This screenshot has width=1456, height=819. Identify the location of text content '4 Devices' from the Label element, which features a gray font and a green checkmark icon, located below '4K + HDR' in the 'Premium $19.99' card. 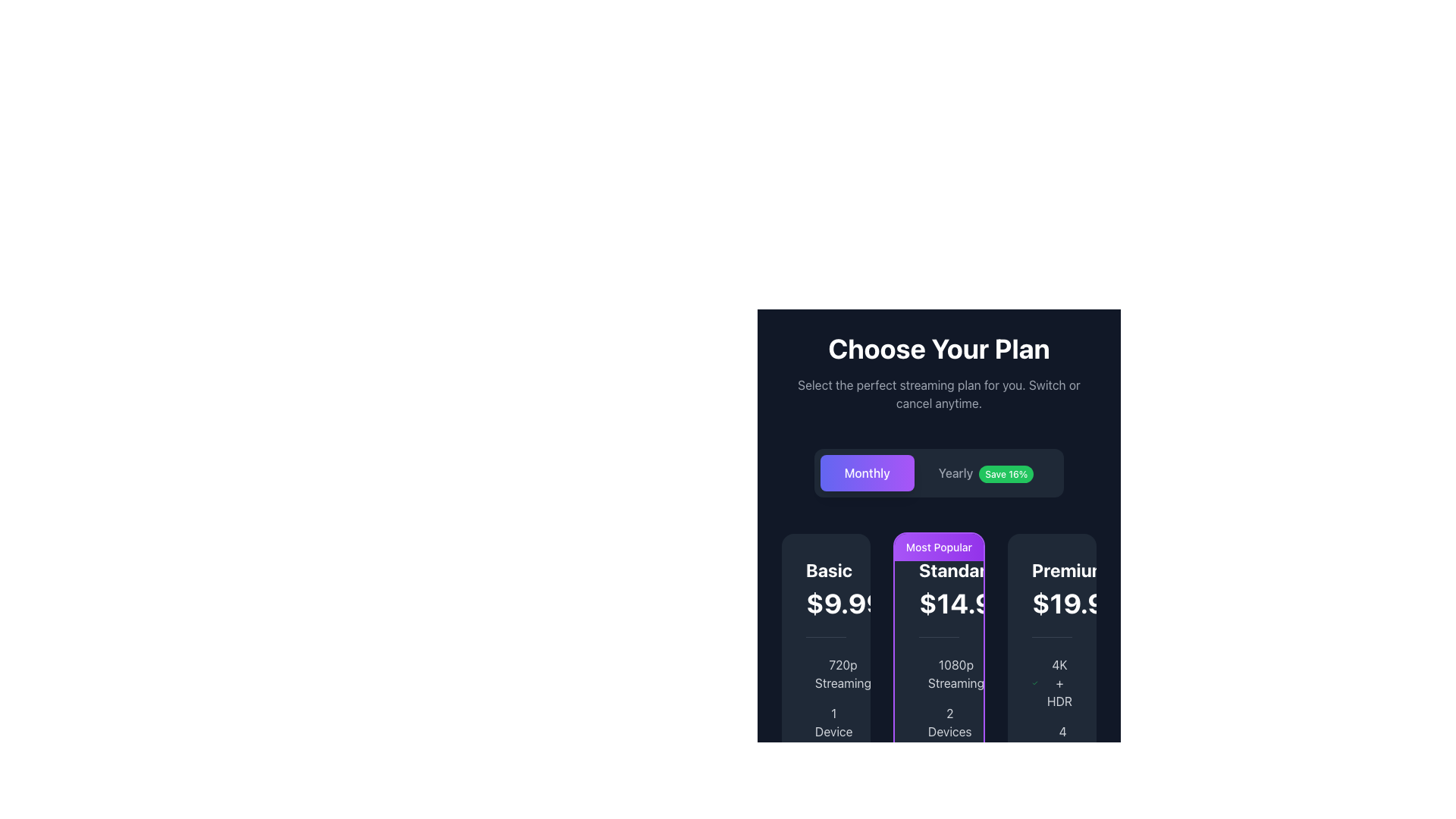
(1051, 739).